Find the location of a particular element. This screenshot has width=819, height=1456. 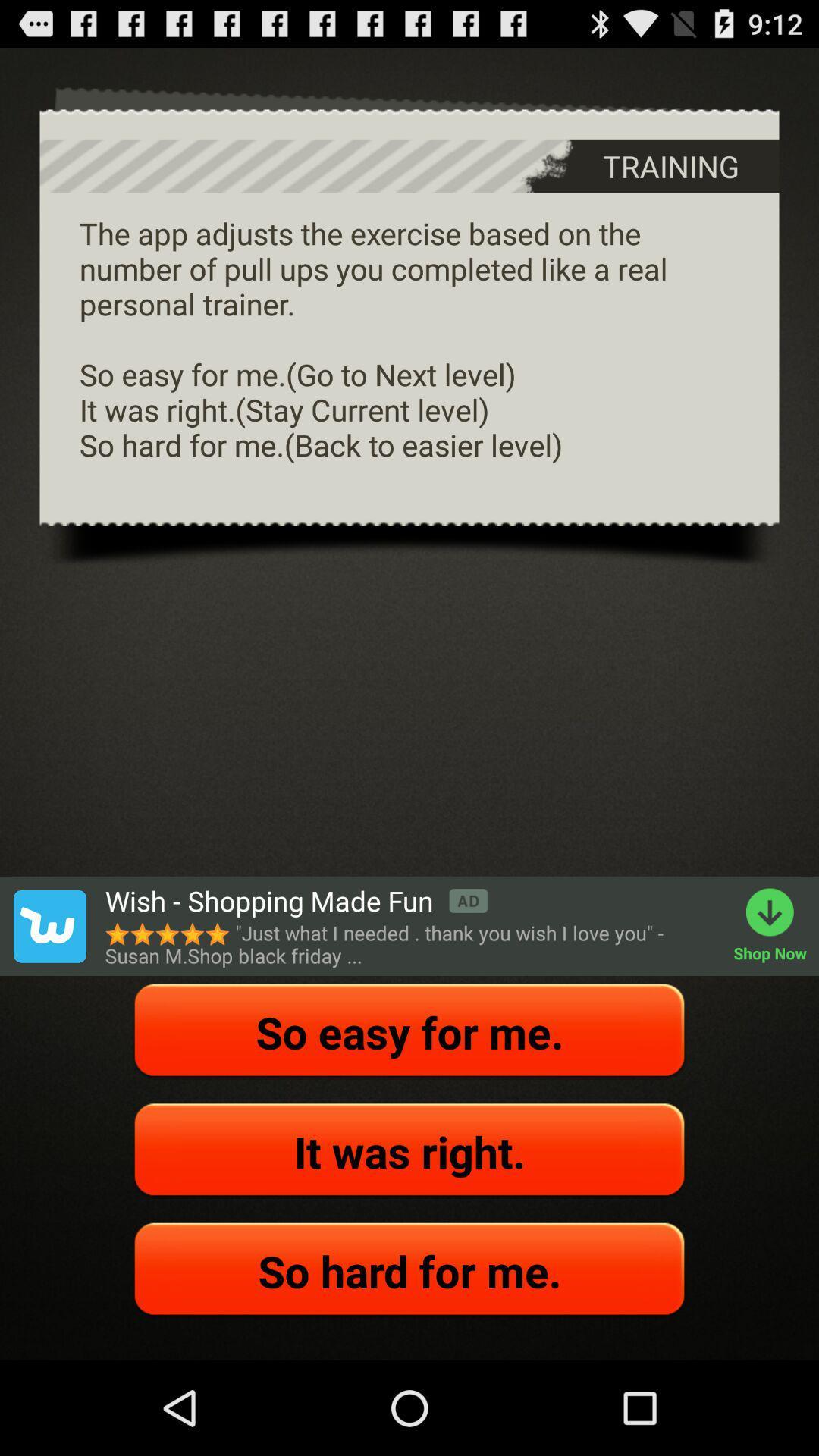

the app below the the app adjusts is located at coordinates (776, 925).